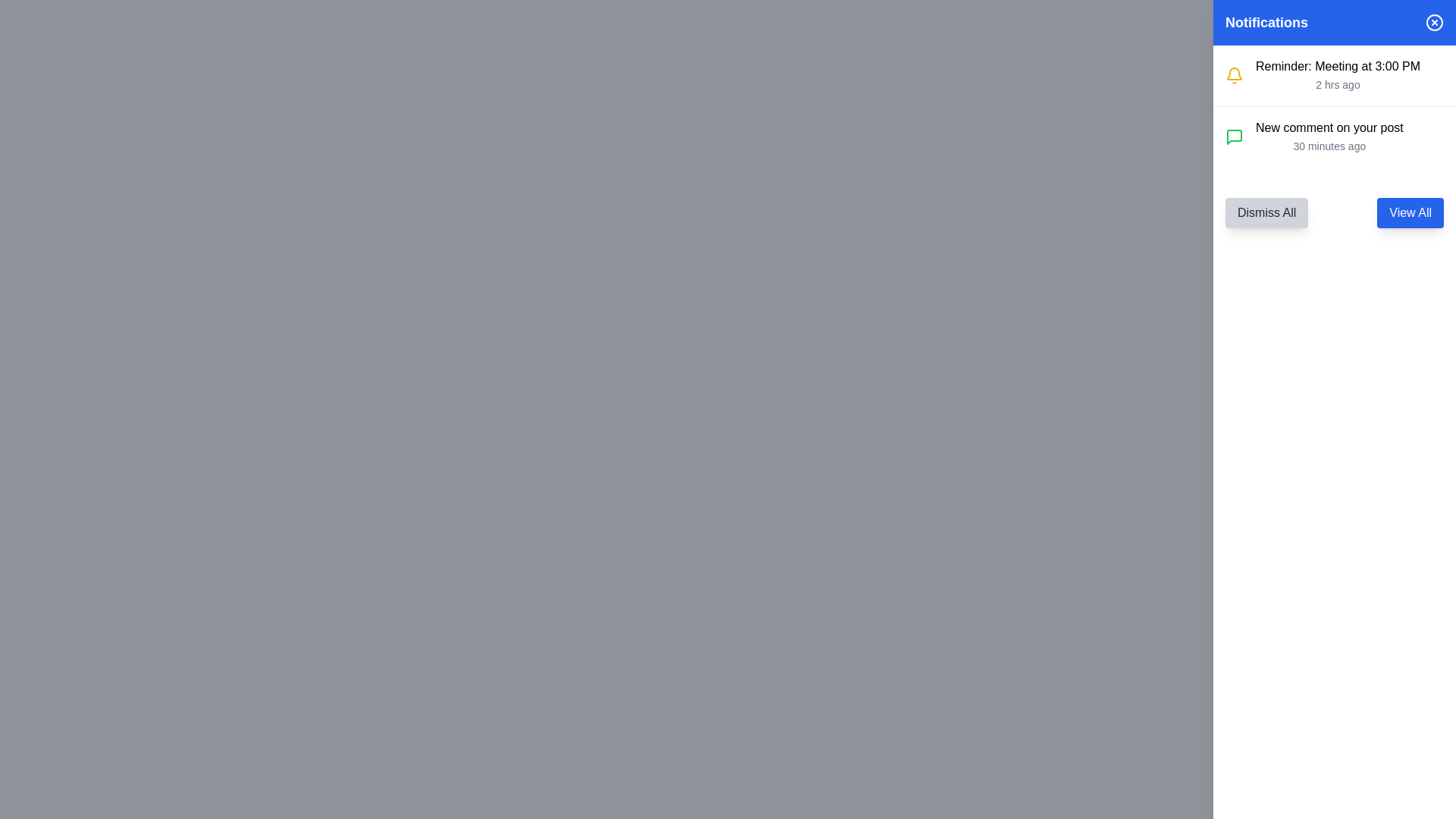 This screenshot has height=819, width=1456. What do you see at coordinates (1433, 23) in the screenshot?
I see `the close button located in the top-right corner of the 'Notifications' header to observe any hover effects` at bounding box center [1433, 23].